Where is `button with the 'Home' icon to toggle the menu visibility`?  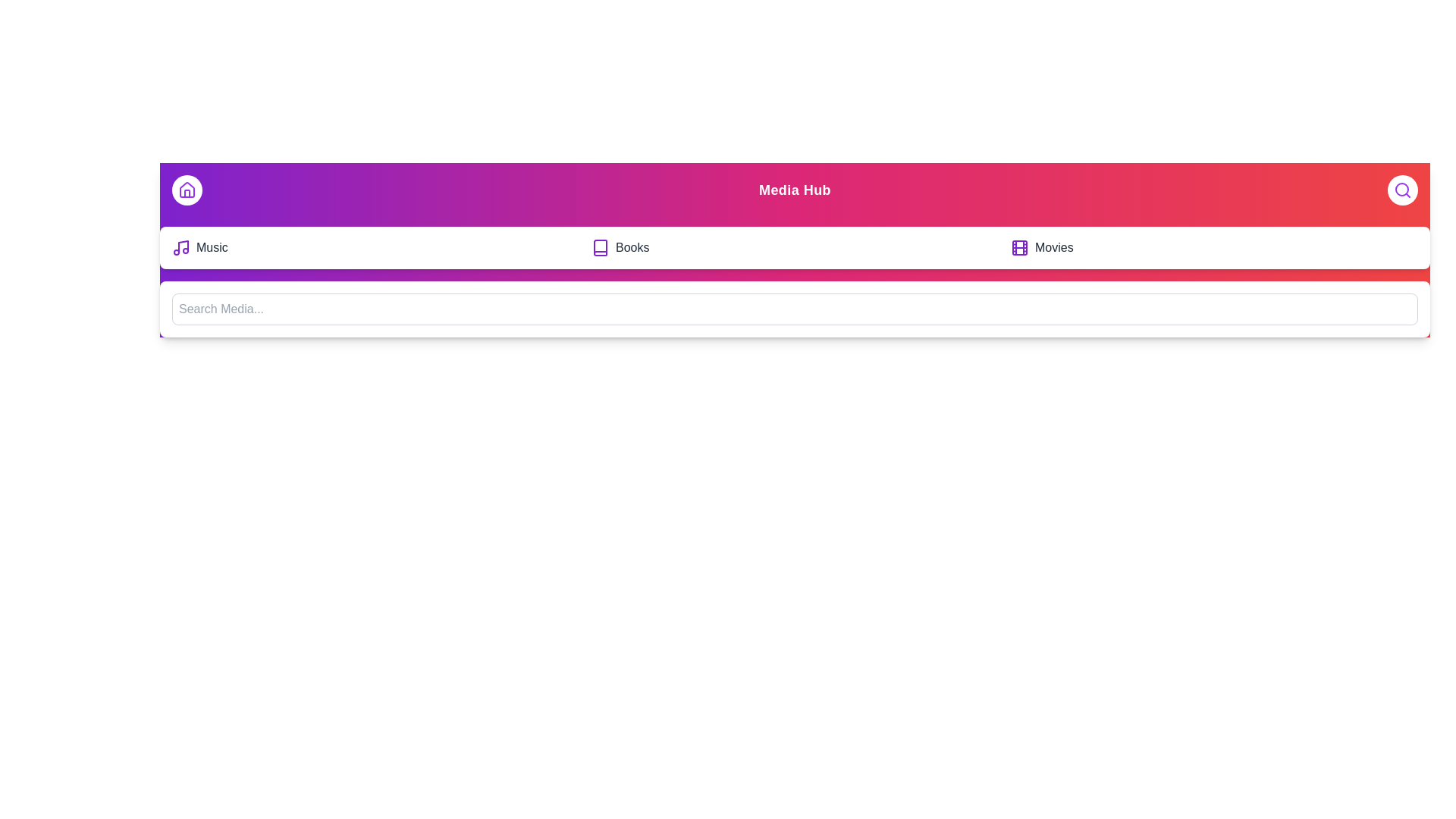
button with the 'Home' icon to toggle the menu visibility is located at coordinates (186, 189).